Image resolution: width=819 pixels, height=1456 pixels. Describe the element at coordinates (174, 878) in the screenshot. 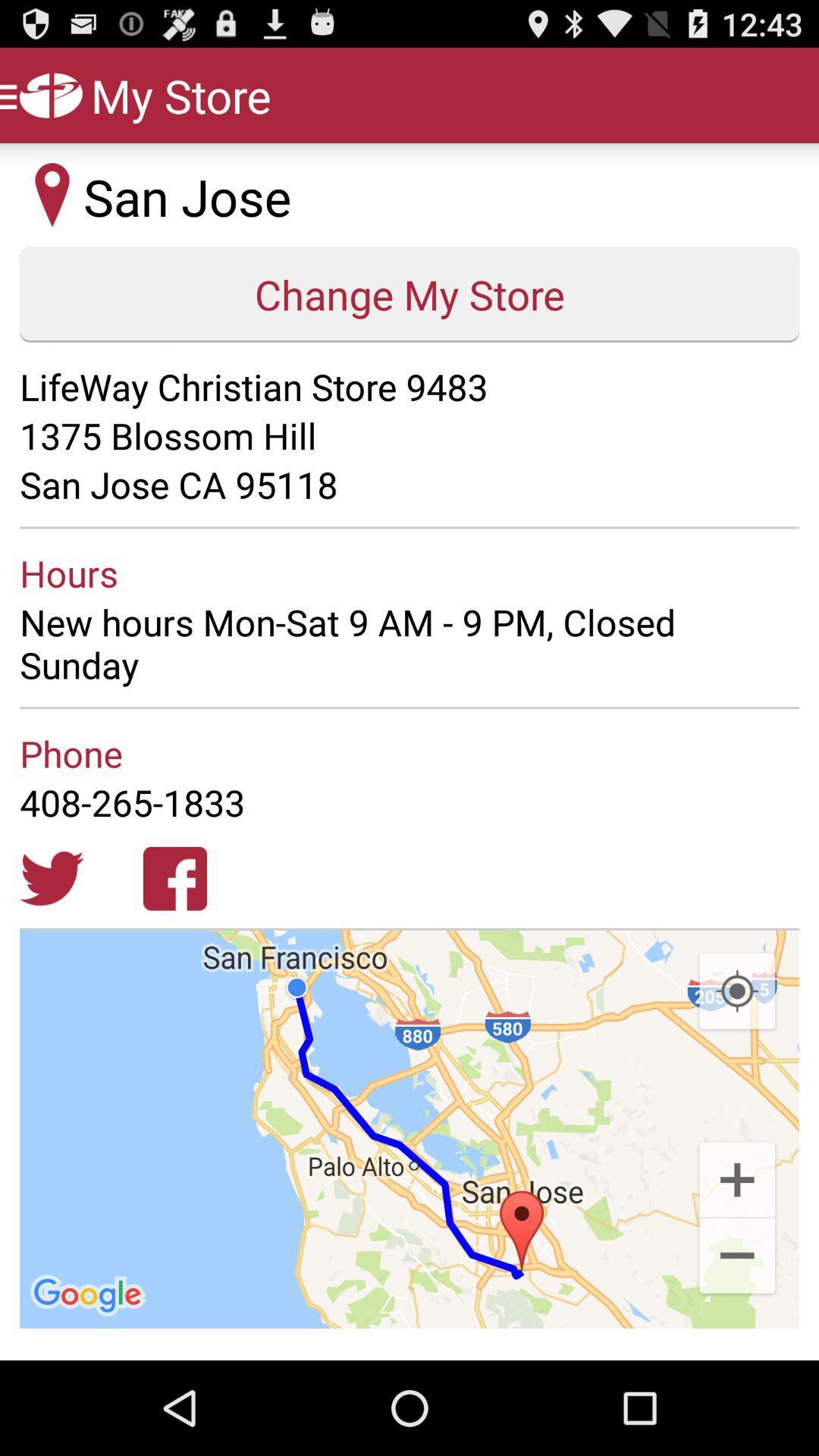

I see `facebook page` at that location.